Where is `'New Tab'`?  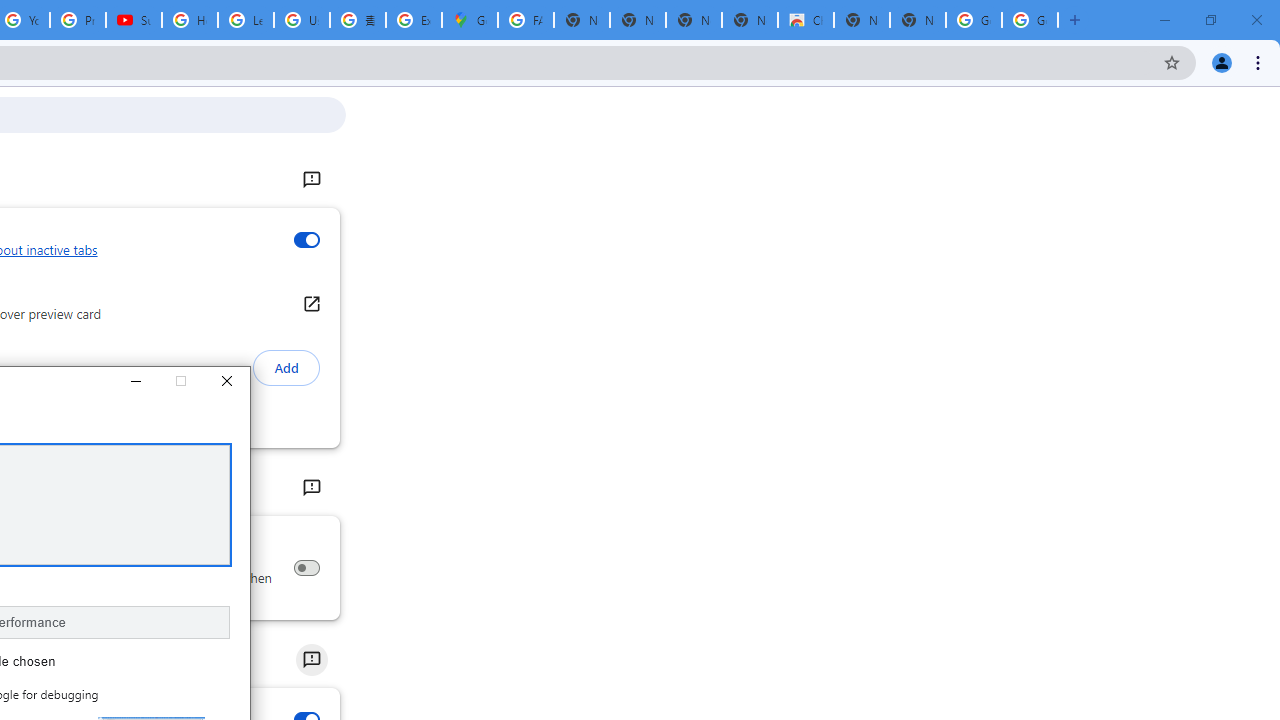 'New Tab' is located at coordinates (916, 20).